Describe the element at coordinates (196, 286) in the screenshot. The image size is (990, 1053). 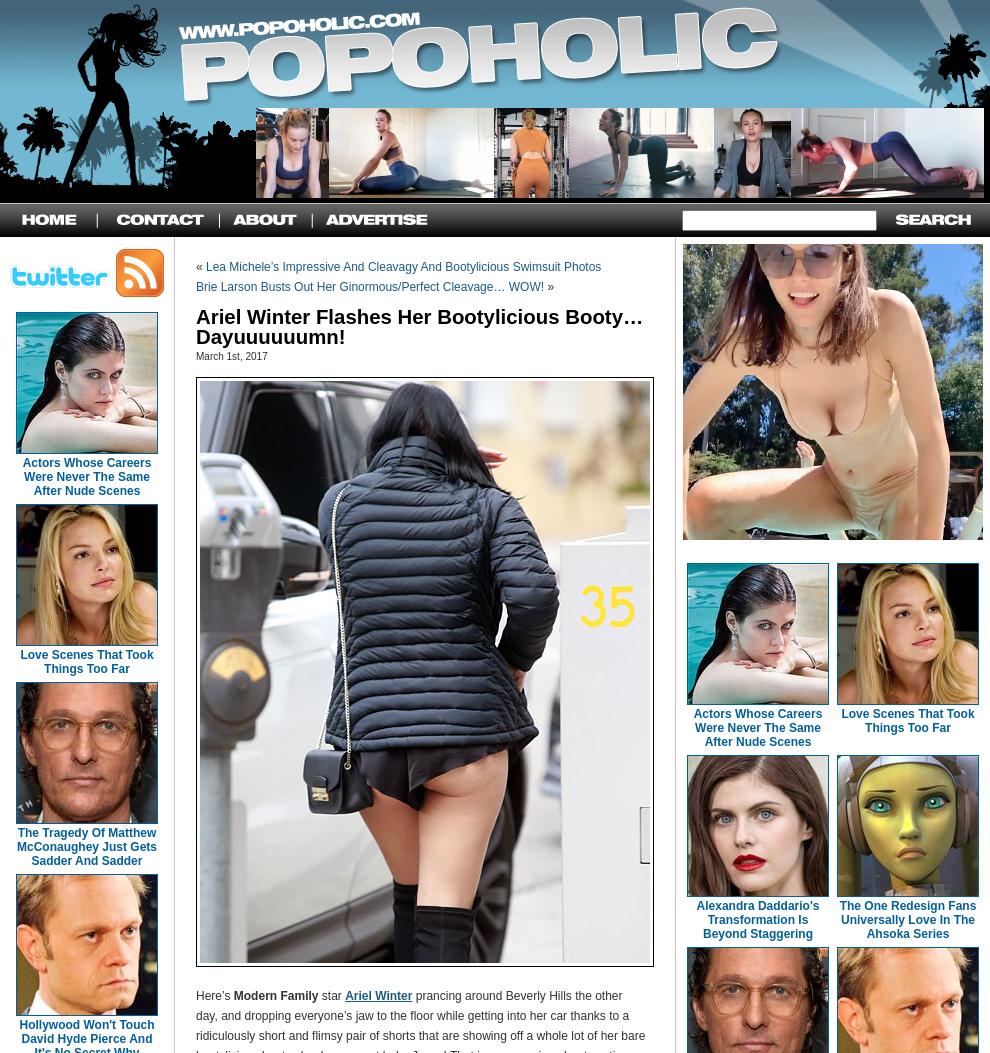
I see `'Brie Larson Busts Out Her Ginormous/Perfect Cleavage… WOW!'` at that location.